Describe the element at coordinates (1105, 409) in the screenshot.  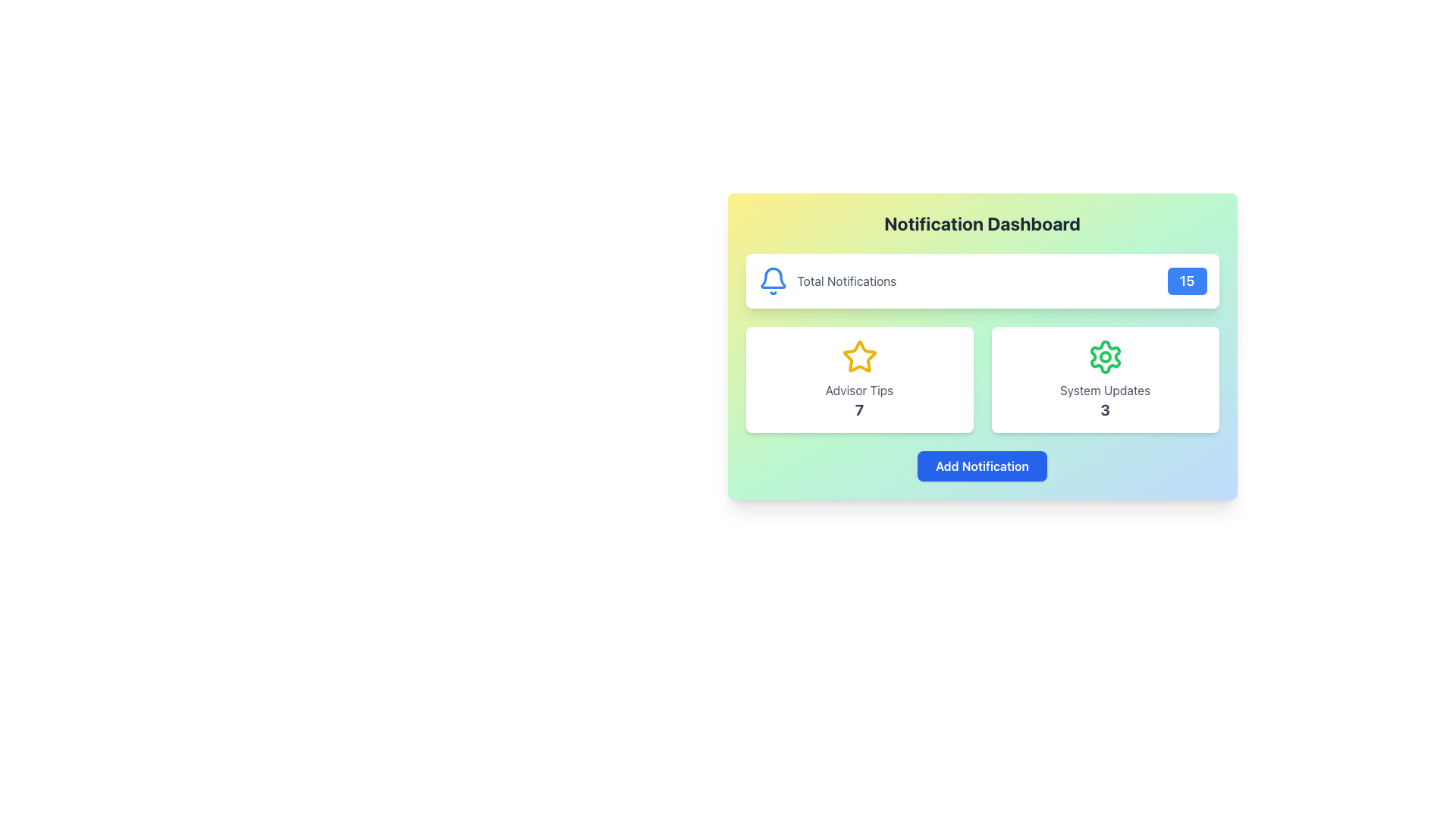
I see `the non-interactive Text Label displaying a numeric count related to 'System Updates', positioned directly below the 'System Updates' text` at that location.